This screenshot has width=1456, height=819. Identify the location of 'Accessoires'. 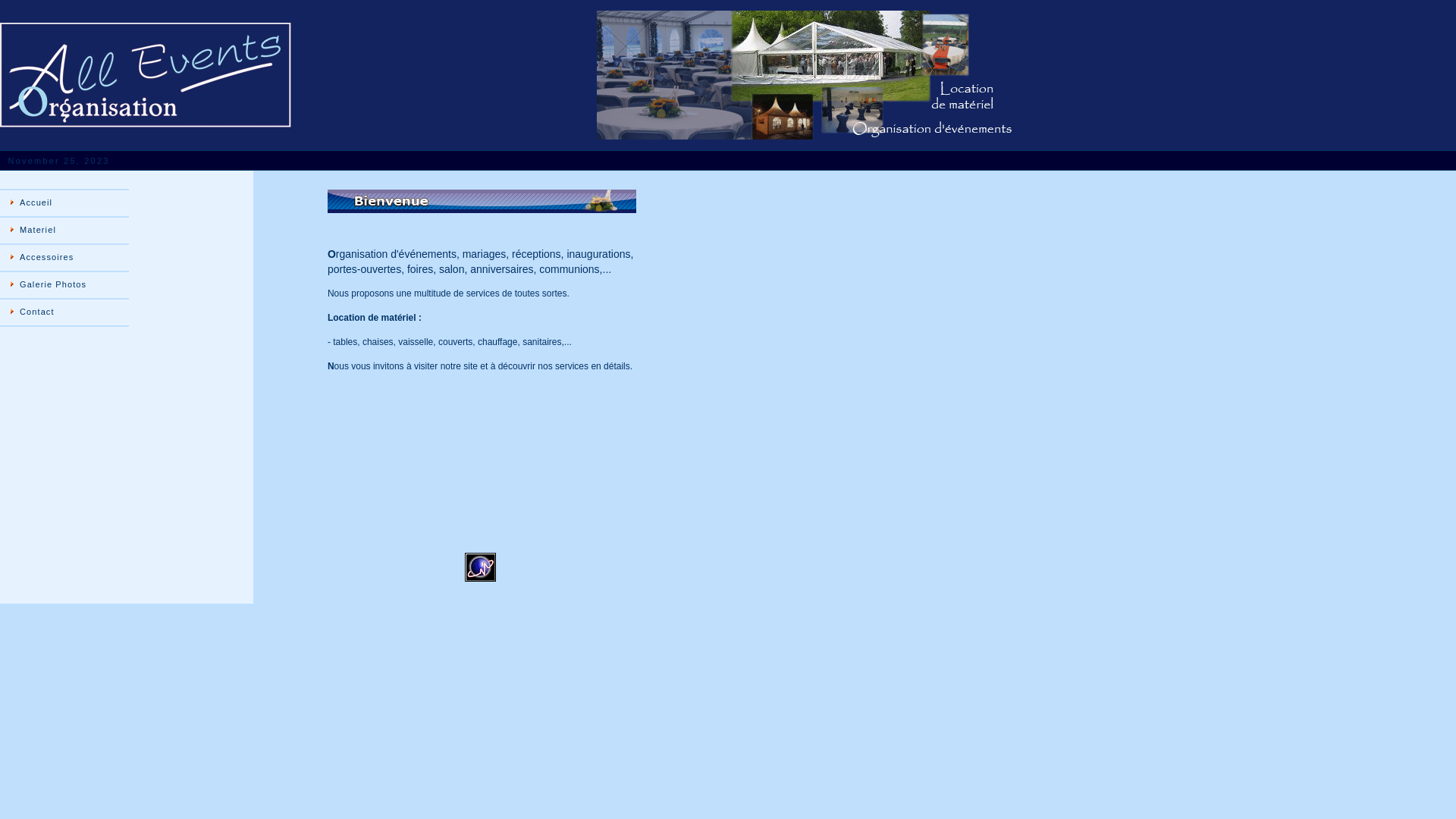
(64, 256).